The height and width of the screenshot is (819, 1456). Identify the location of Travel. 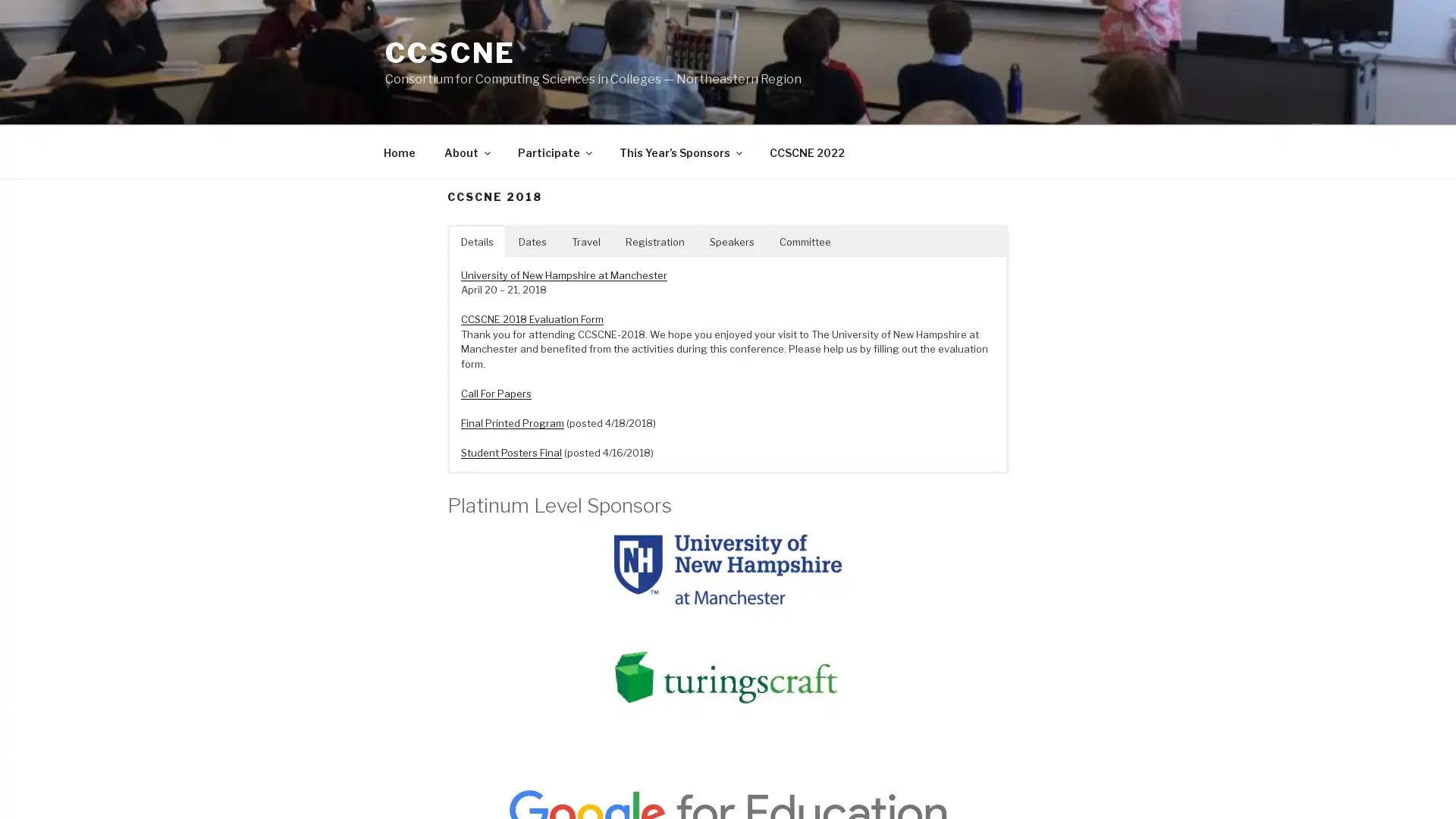
(585, 240).